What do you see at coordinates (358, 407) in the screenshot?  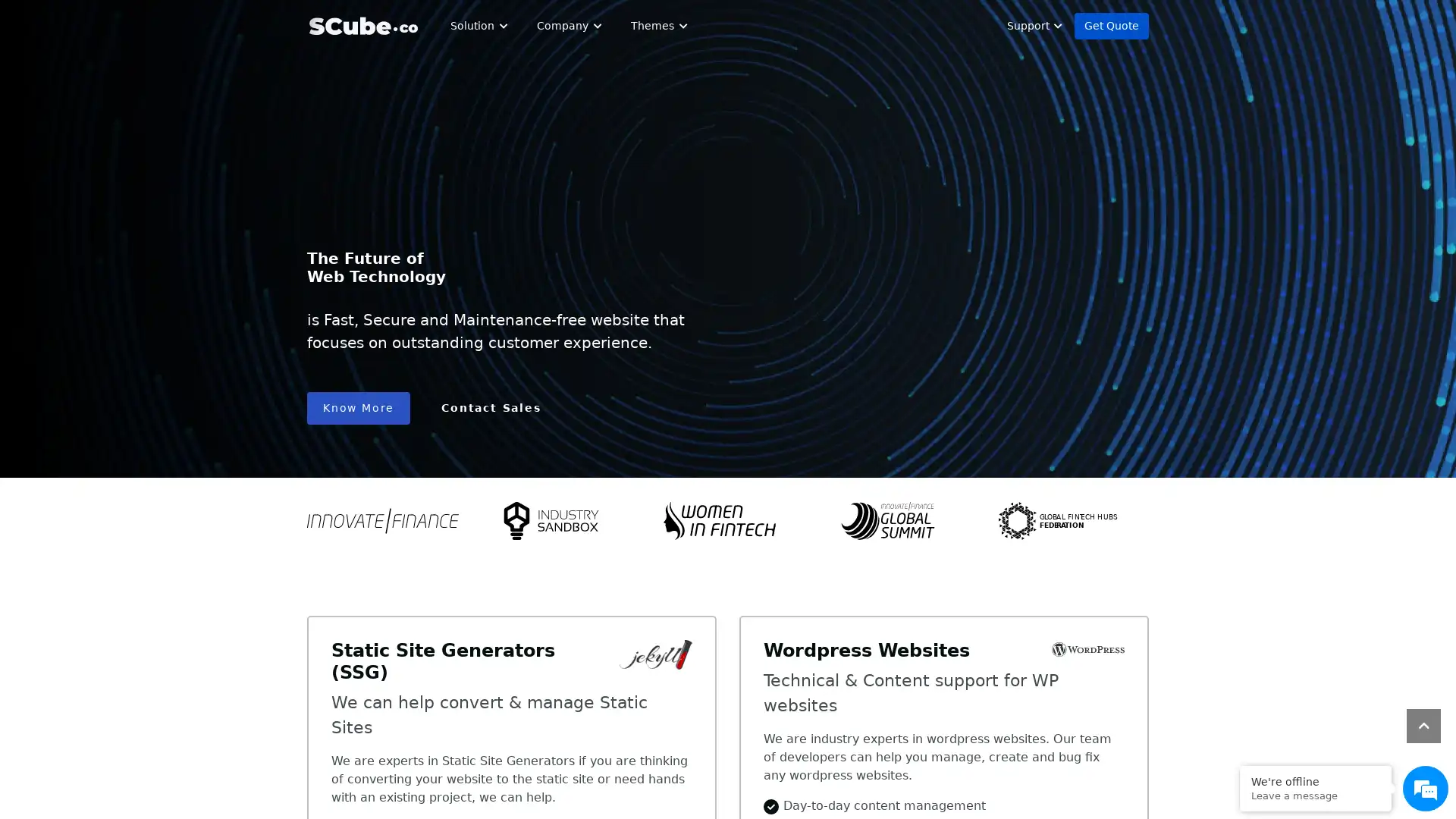 I see `Know More` at bounding box center [358, 407].